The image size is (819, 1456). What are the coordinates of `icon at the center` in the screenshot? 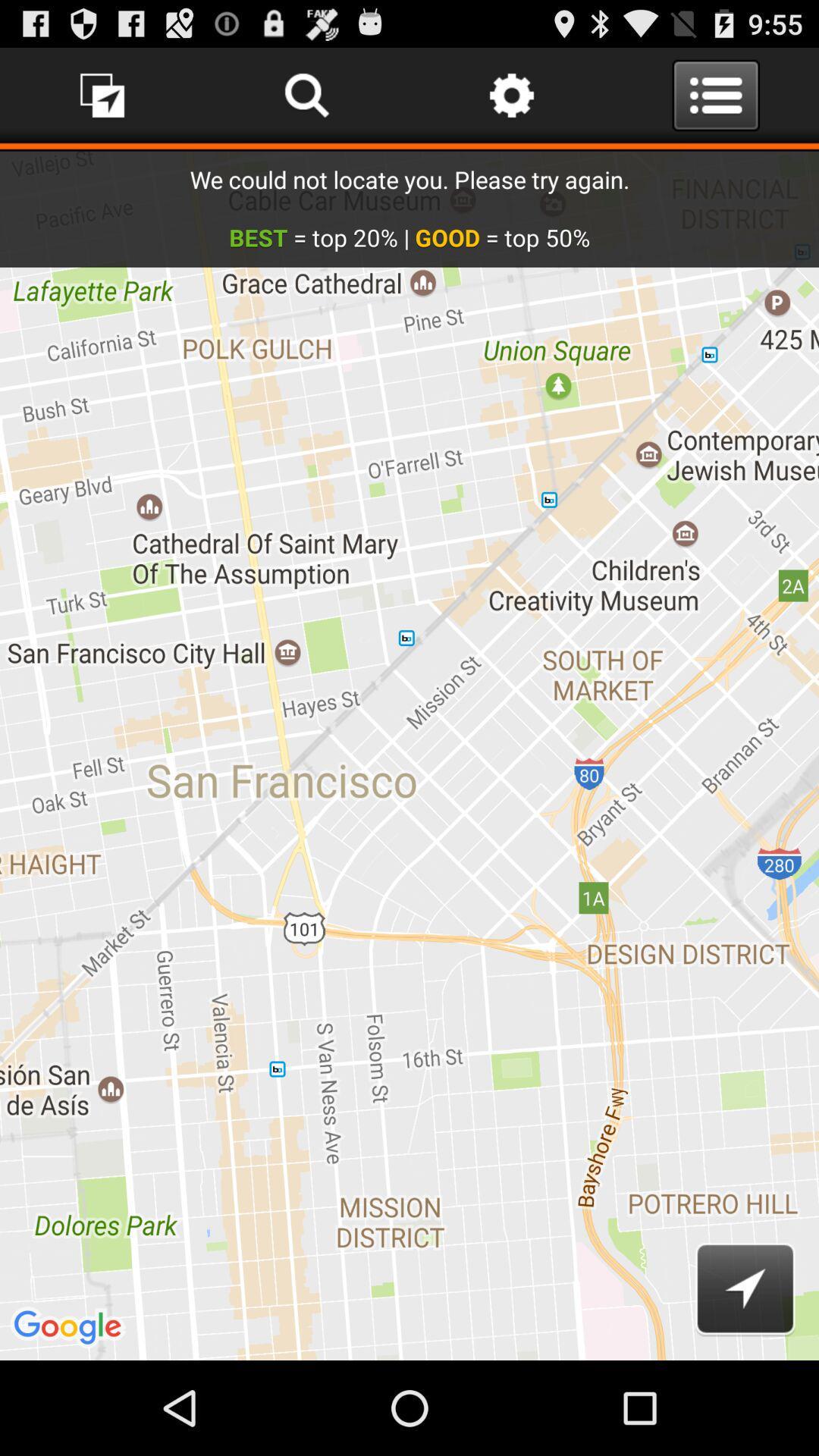 It's located at (409, 755).